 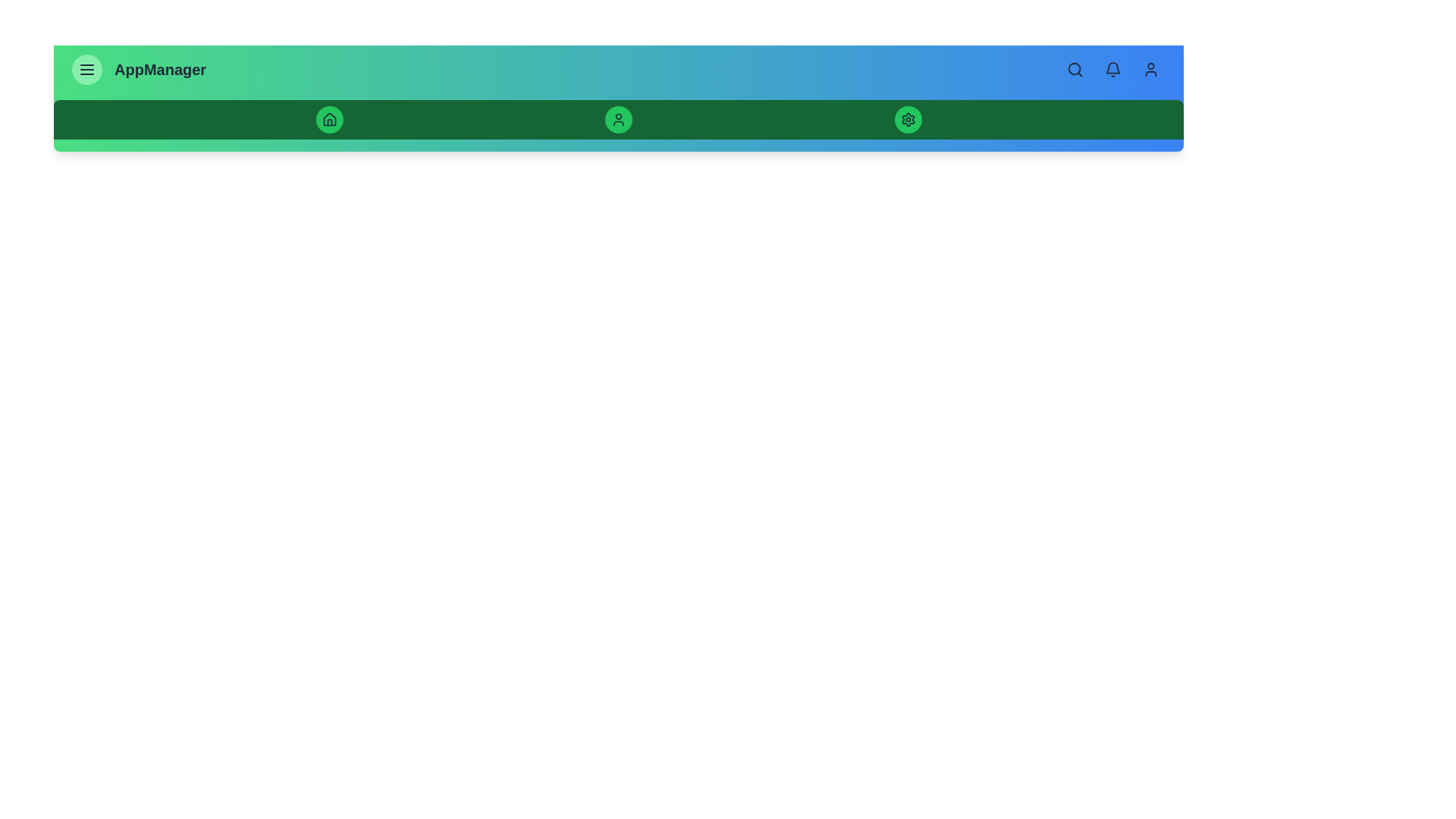 I want to click on the user profile button, so click(x=1150, y=70).